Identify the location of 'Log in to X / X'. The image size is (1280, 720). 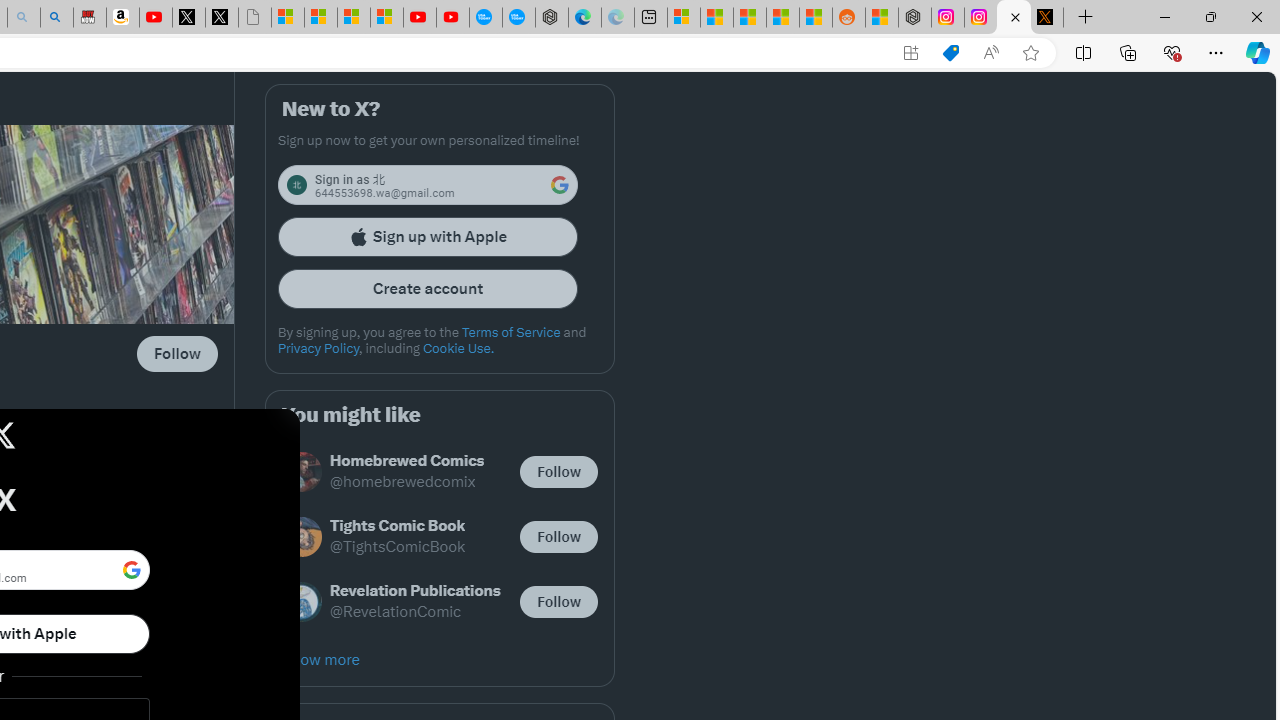
(1014, 17).